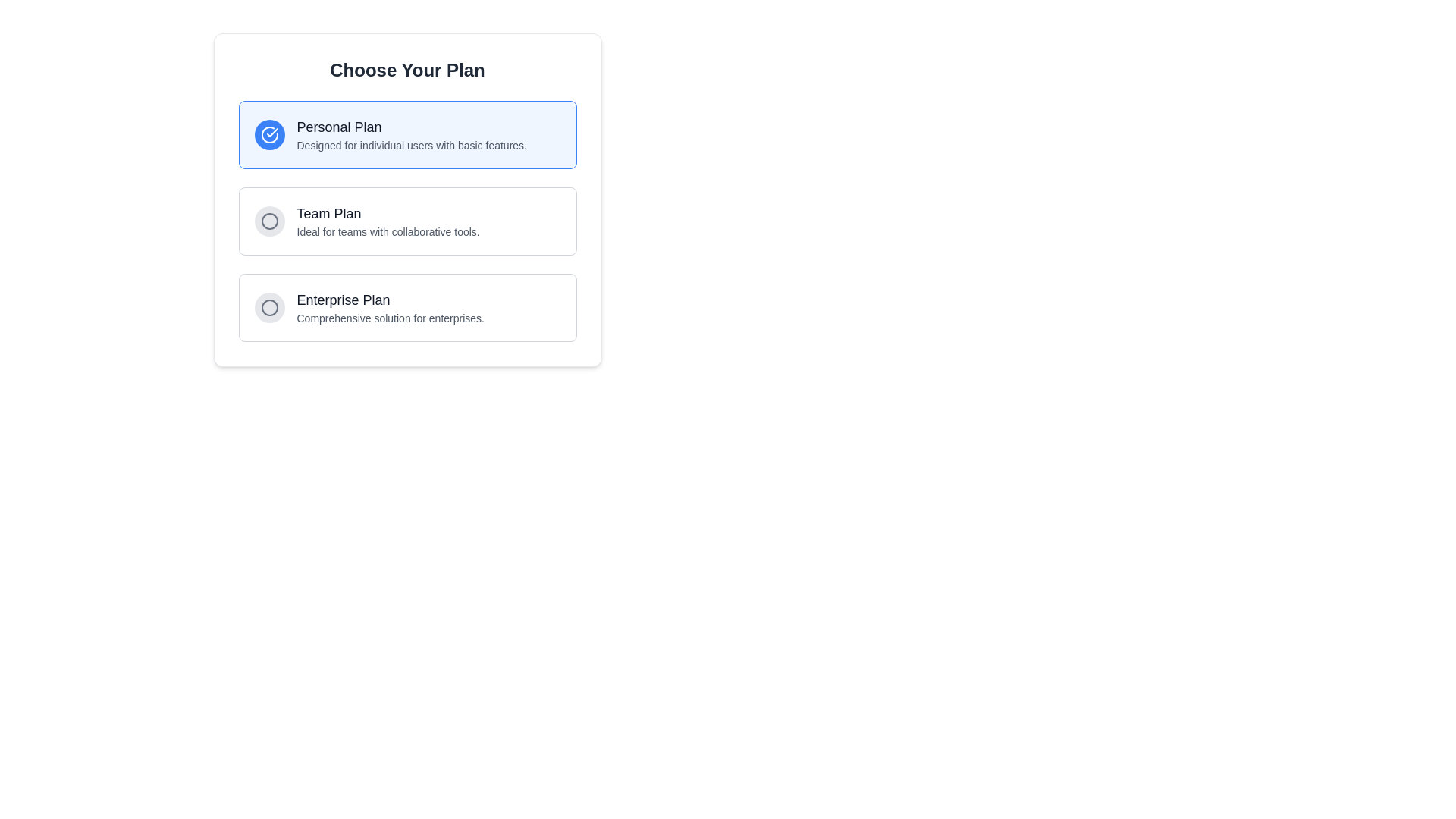 Image resolution: width=1456 pixels, height=819 pixels. Describe the element at coordinates (388, 231) in the screenshot. I see `text string "Ideal for teams with collaborative tools." located directly below the heading "Team Plan" in the plan selection list` at that location.